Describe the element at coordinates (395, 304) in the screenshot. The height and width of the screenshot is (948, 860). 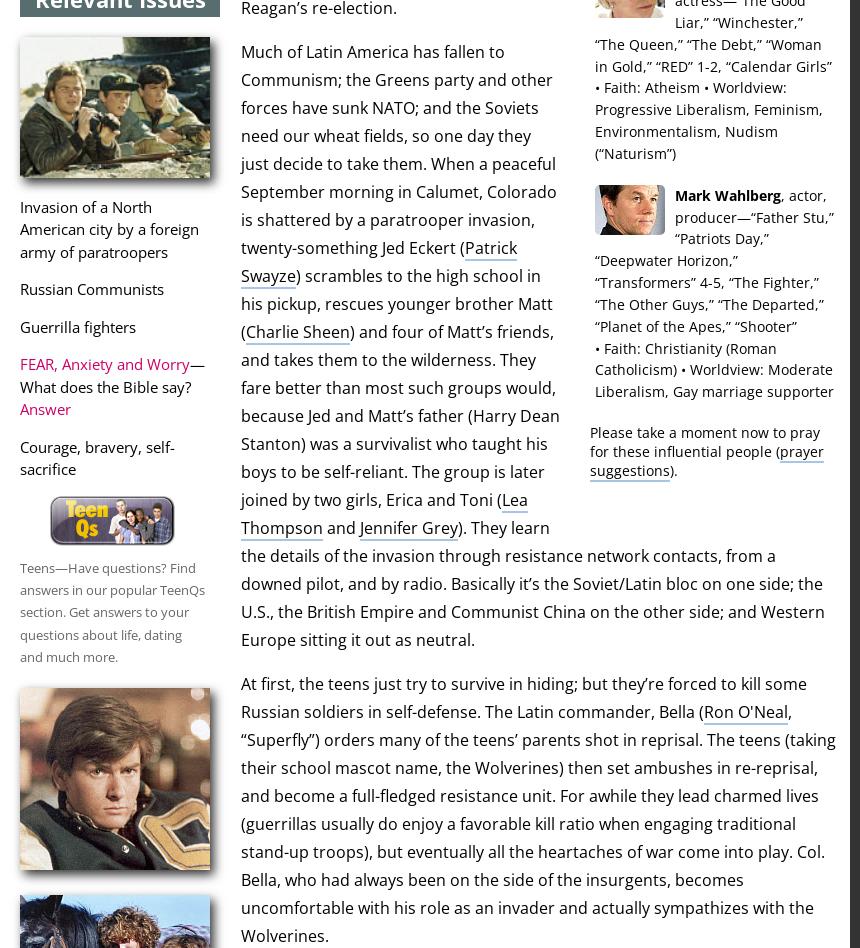
I see `') scrambles to the high school in his pickup, rescues younger brother Matt ('` at that location.